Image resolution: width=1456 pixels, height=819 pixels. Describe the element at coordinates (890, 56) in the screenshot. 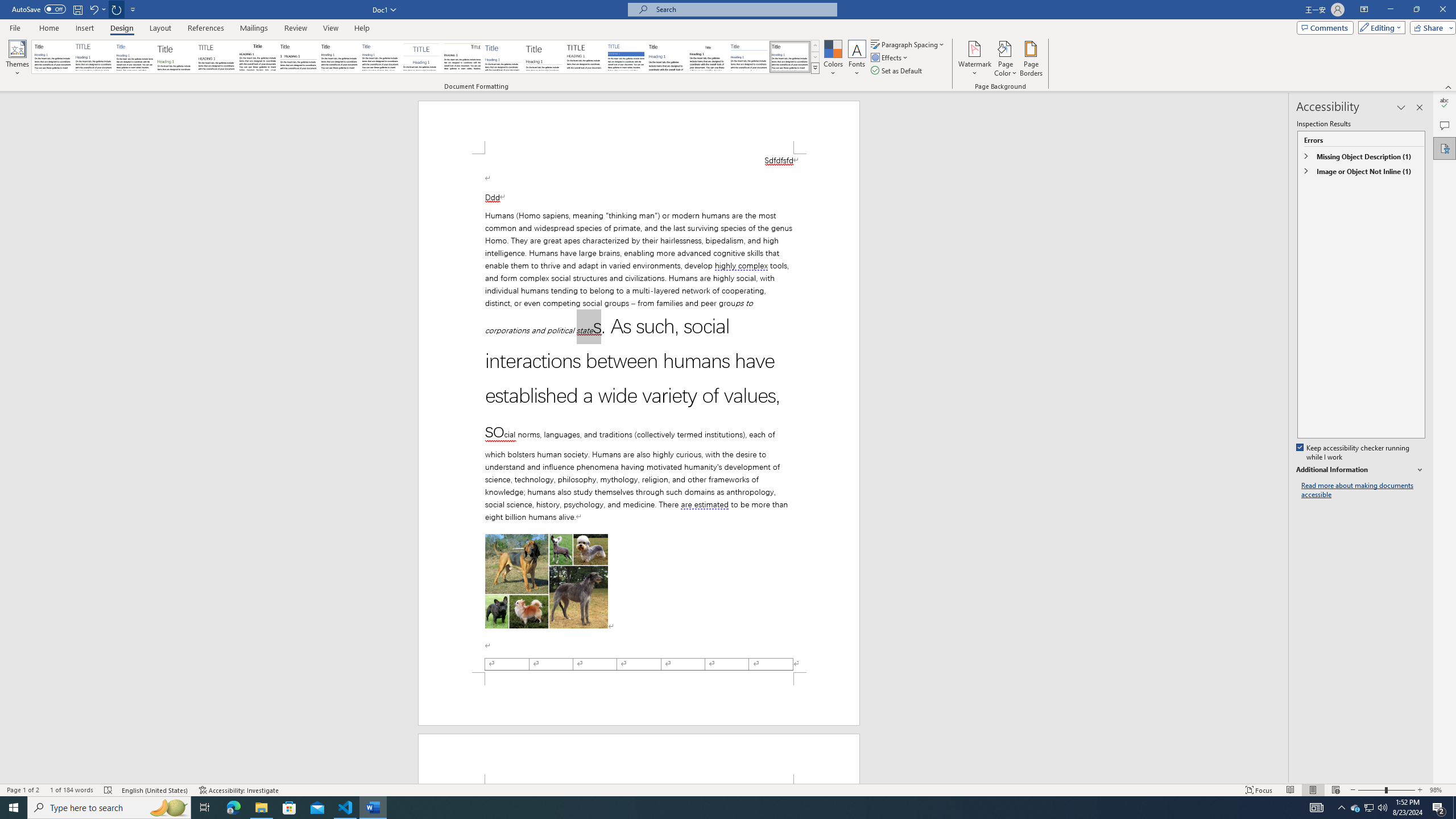

I see `'Effects'` at that location.